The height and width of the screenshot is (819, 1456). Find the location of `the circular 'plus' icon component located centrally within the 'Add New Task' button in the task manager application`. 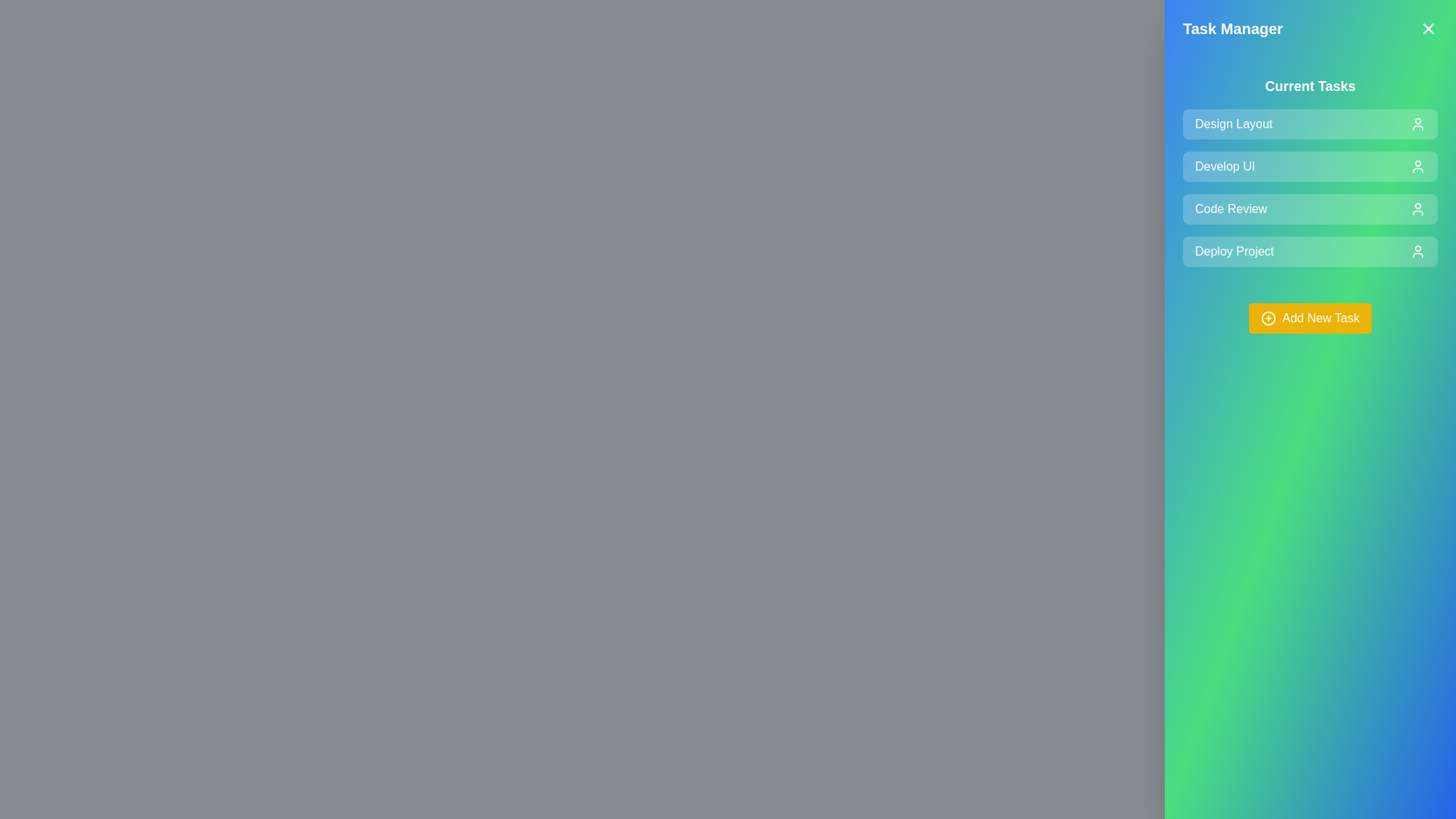

the circular 'plus' icon component located centrally within the 'Add New Task' button in the task manager application is located at coordinates (1269, 318).